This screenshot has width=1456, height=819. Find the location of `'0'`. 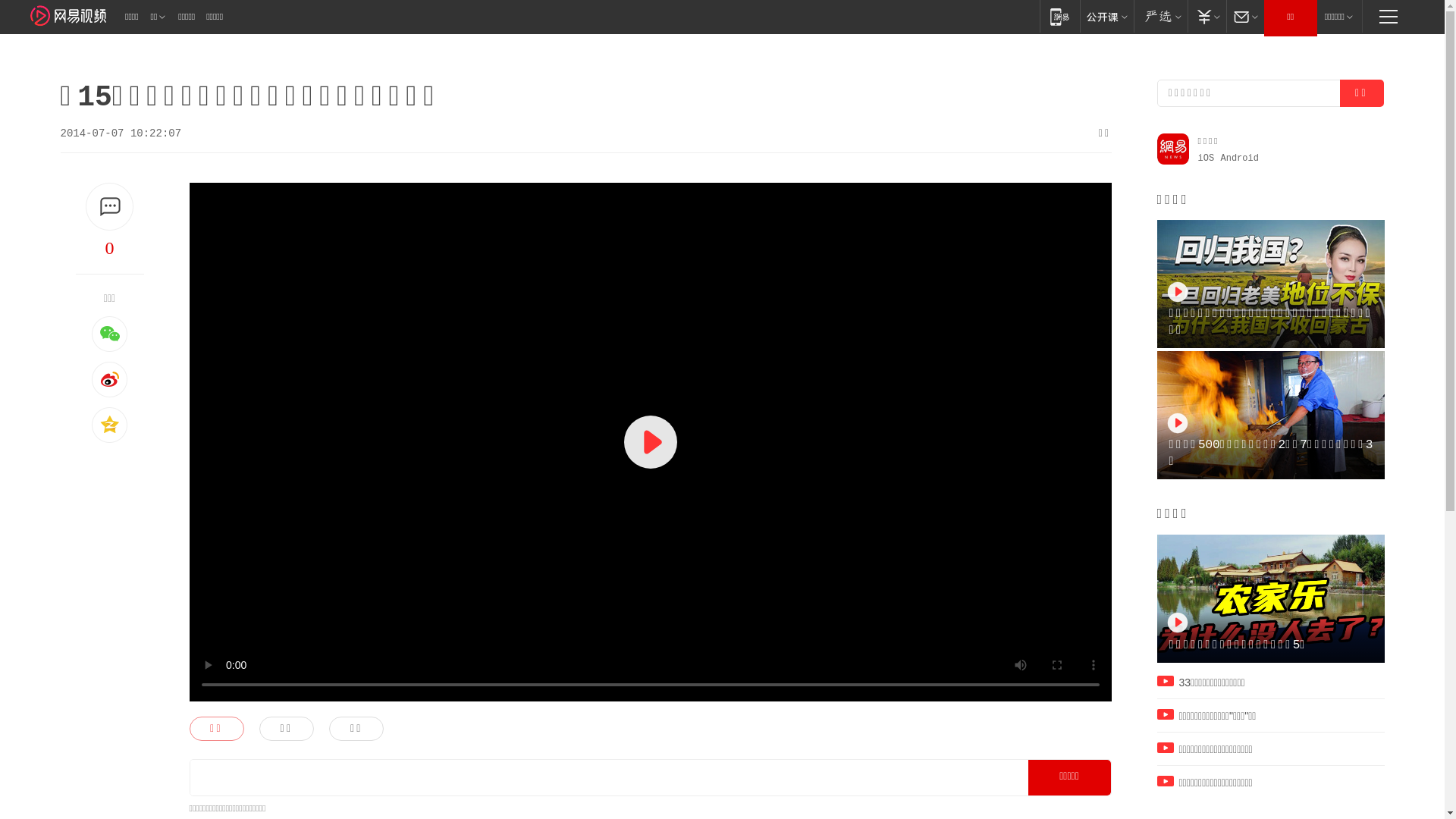

'0' is located at coordinates (108, 247).